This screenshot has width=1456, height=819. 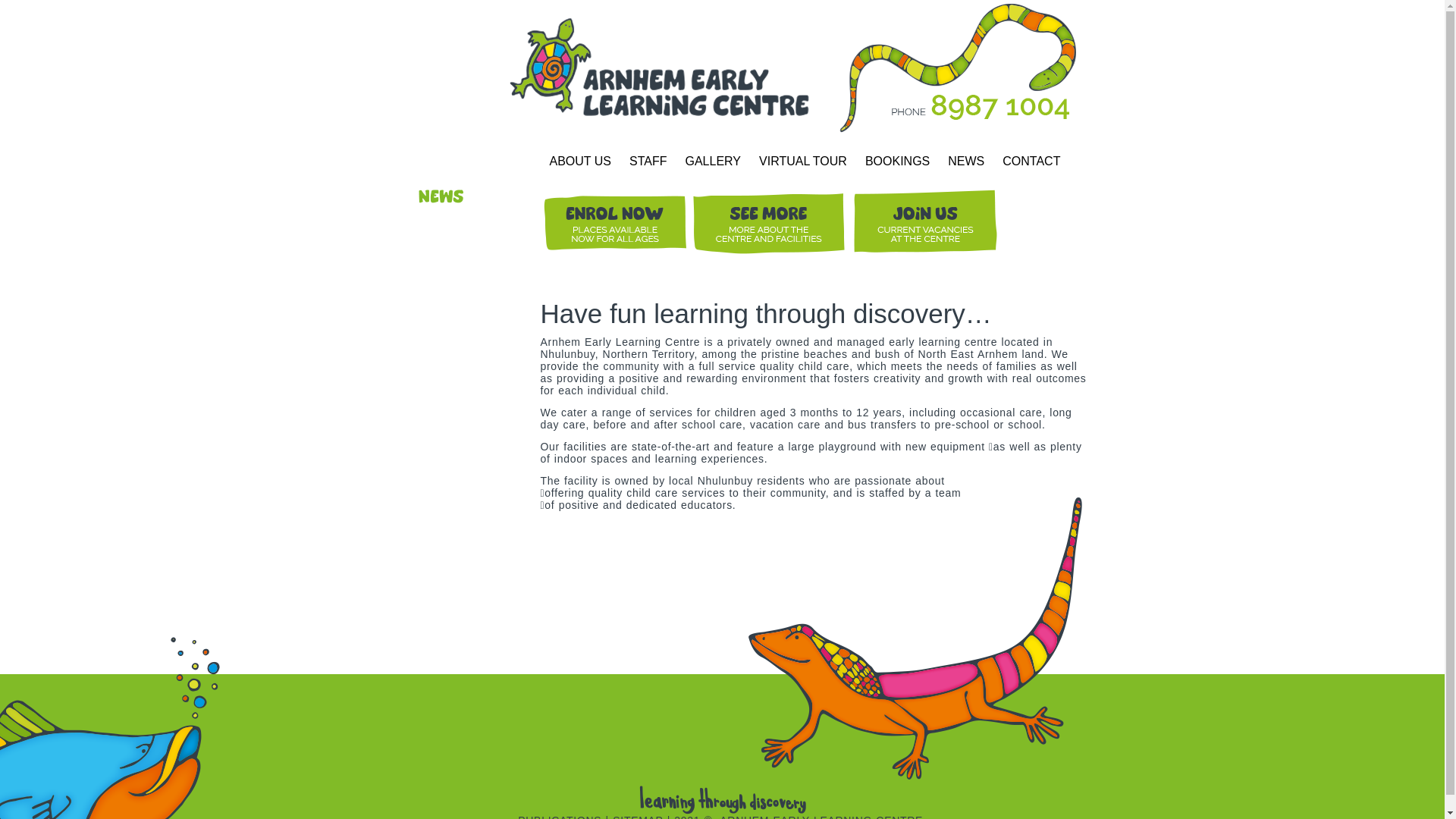 What do you see at coordinates (897, 161) in the screenshot?
I see `'BOOKINGS'` at bounding box center [897, 161].